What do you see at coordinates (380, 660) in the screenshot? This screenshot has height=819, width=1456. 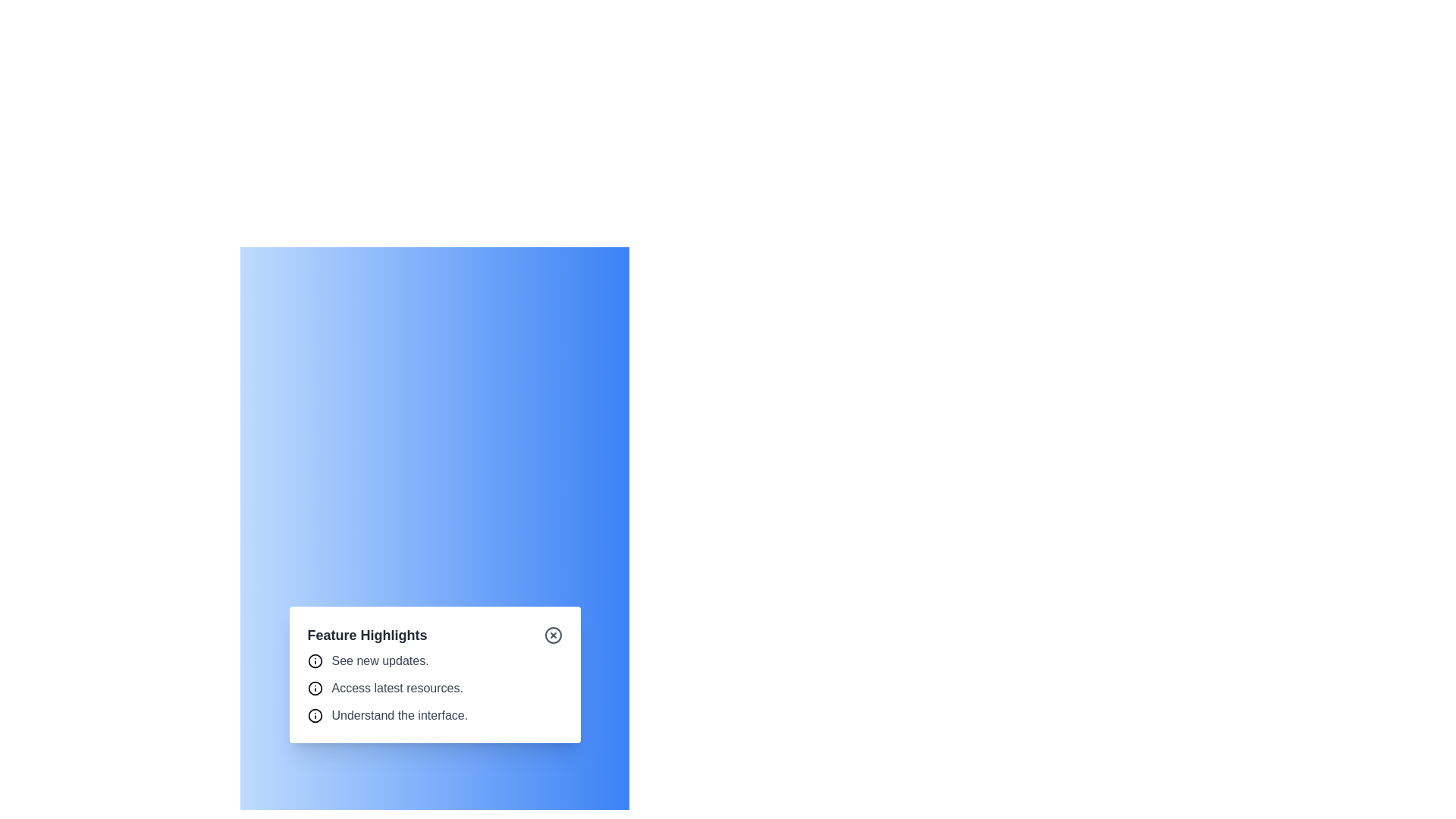 I see `the text label displaying 'See new updates.' in gray color, located within the 'Feature Highlights' panel` at bounding box center [380, 660].